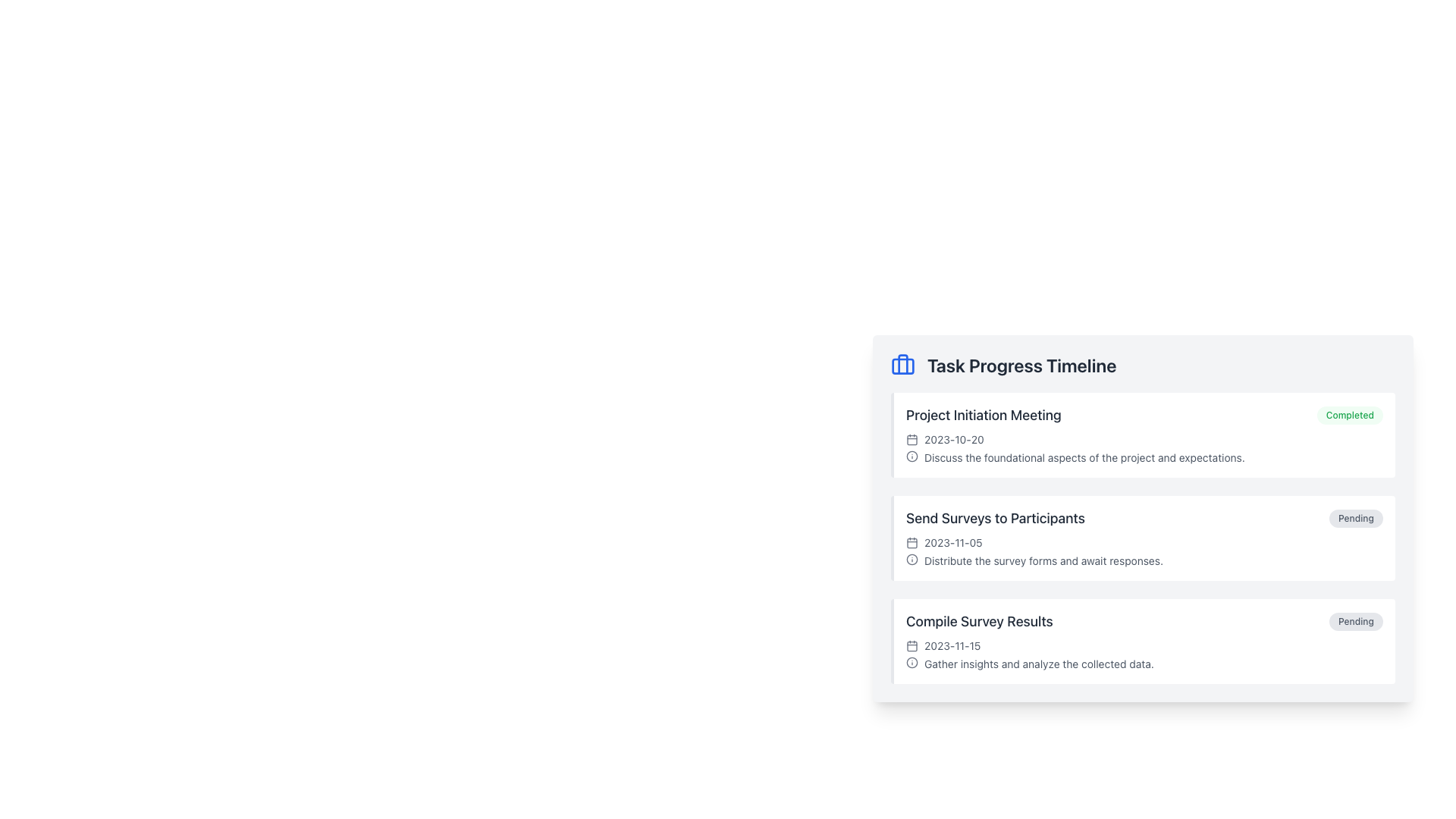 This screenshot has height=819, width=1456. I want to click on the text label titled 'Project Initiation Meeting' to change its color, so click(984, 415).